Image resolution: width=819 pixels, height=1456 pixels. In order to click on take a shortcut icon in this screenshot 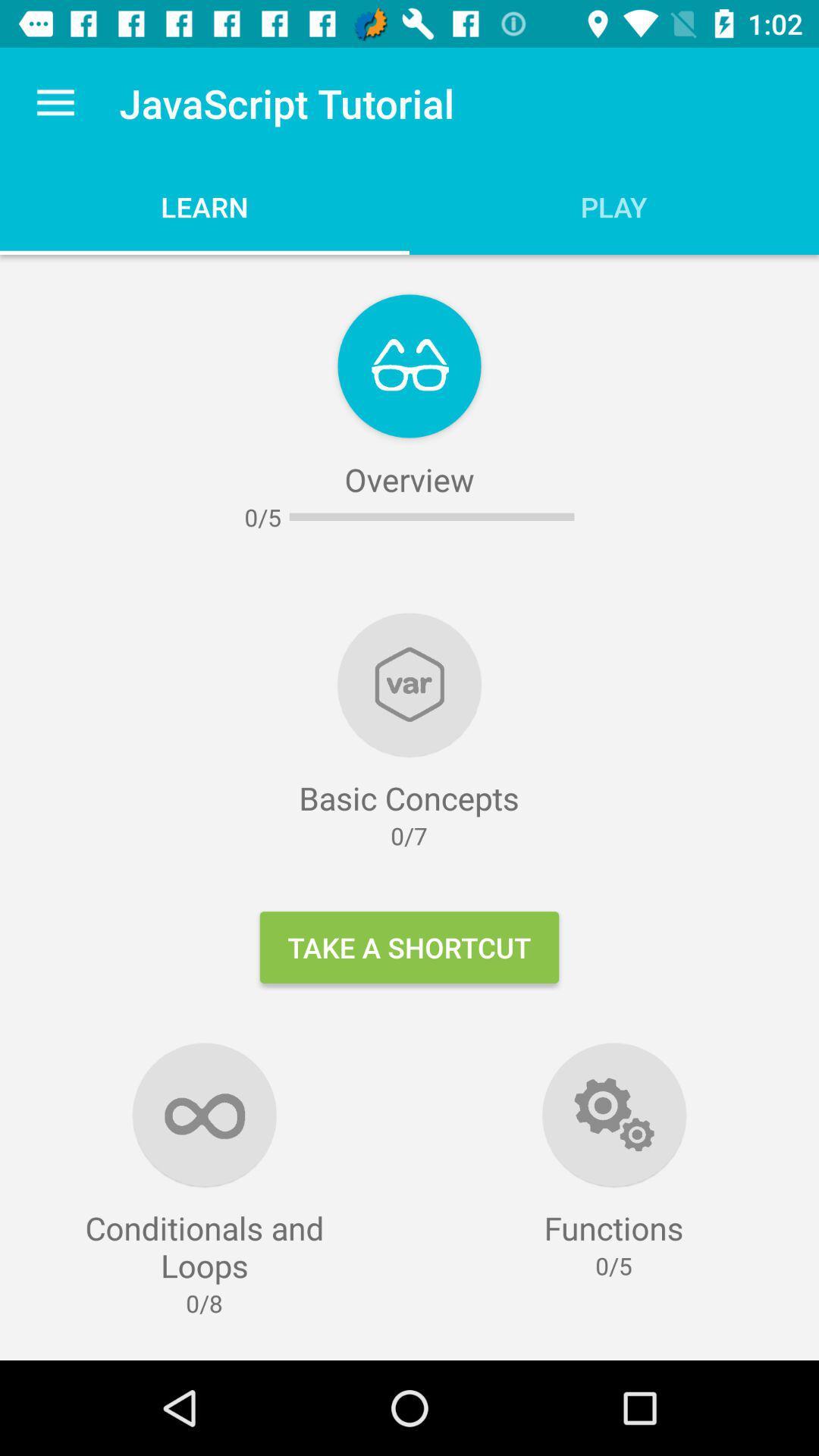, I will do `click(409, 946)`.